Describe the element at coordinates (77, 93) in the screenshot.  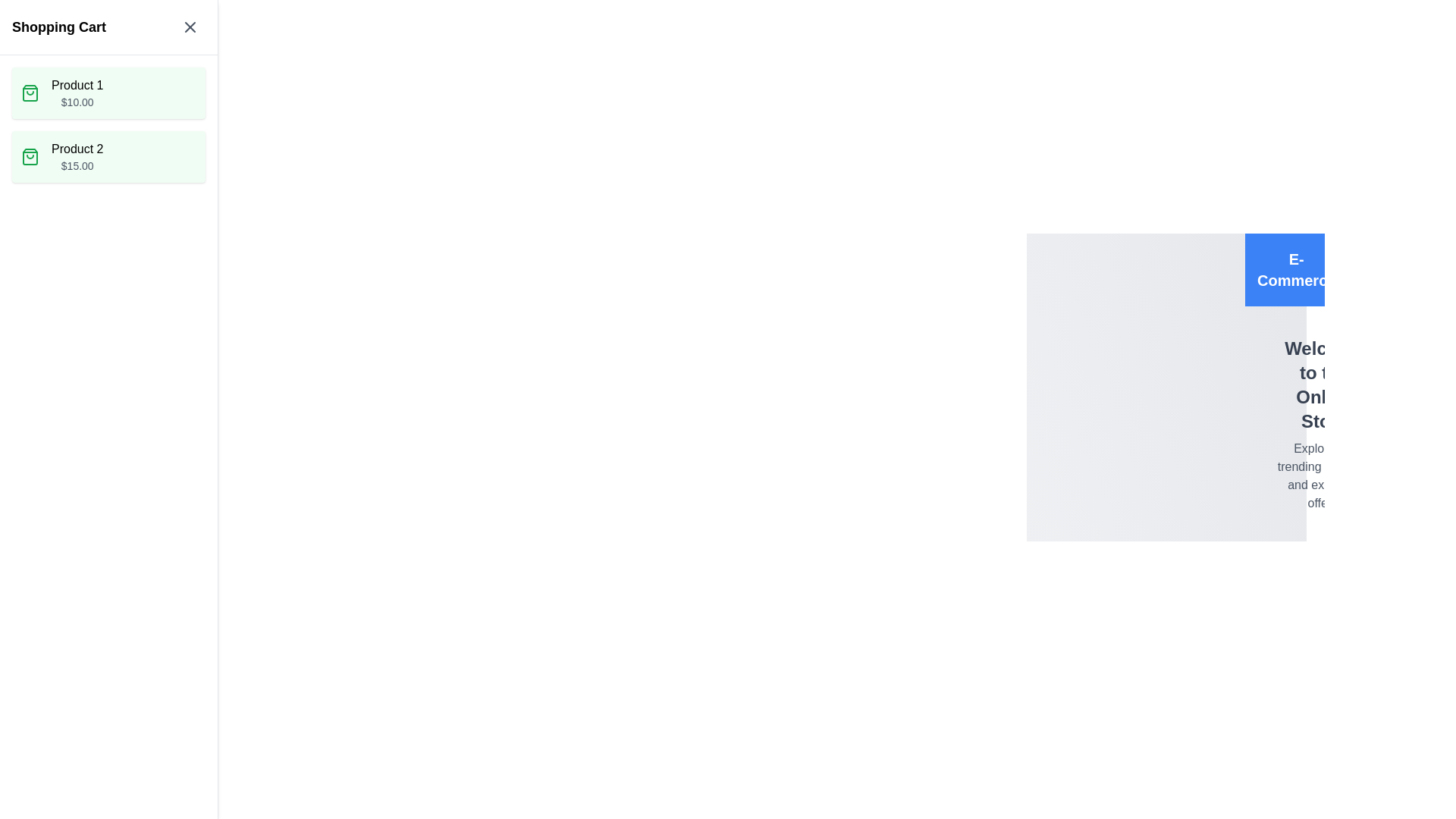
I see `the Text label (composite) that provides the name and price information for a product listed in the shopping cart, positioned under the 'Shopping Cart' header` at that location.